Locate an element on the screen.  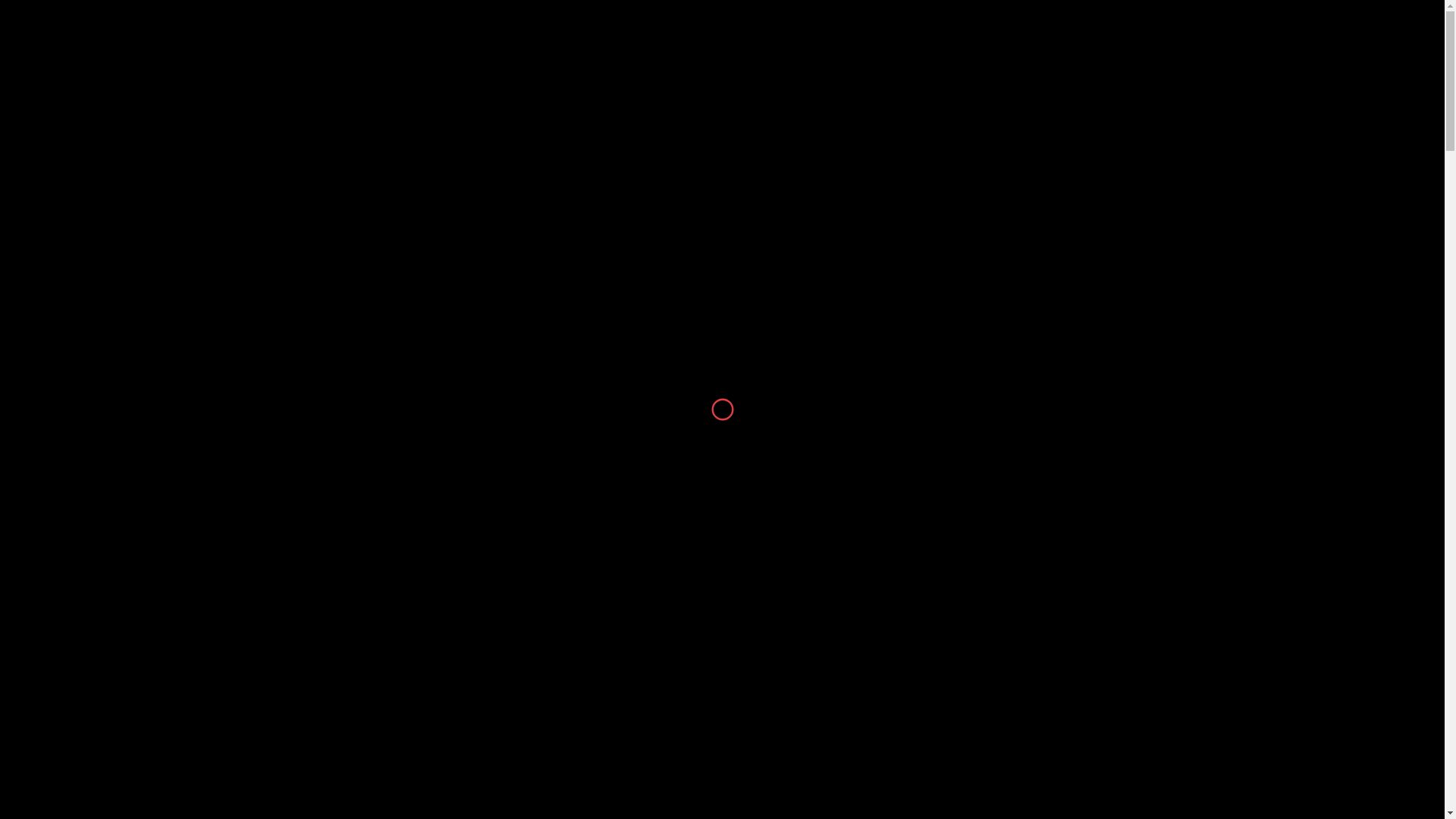
'STYLESELL' is located at coordinates (437, 51).